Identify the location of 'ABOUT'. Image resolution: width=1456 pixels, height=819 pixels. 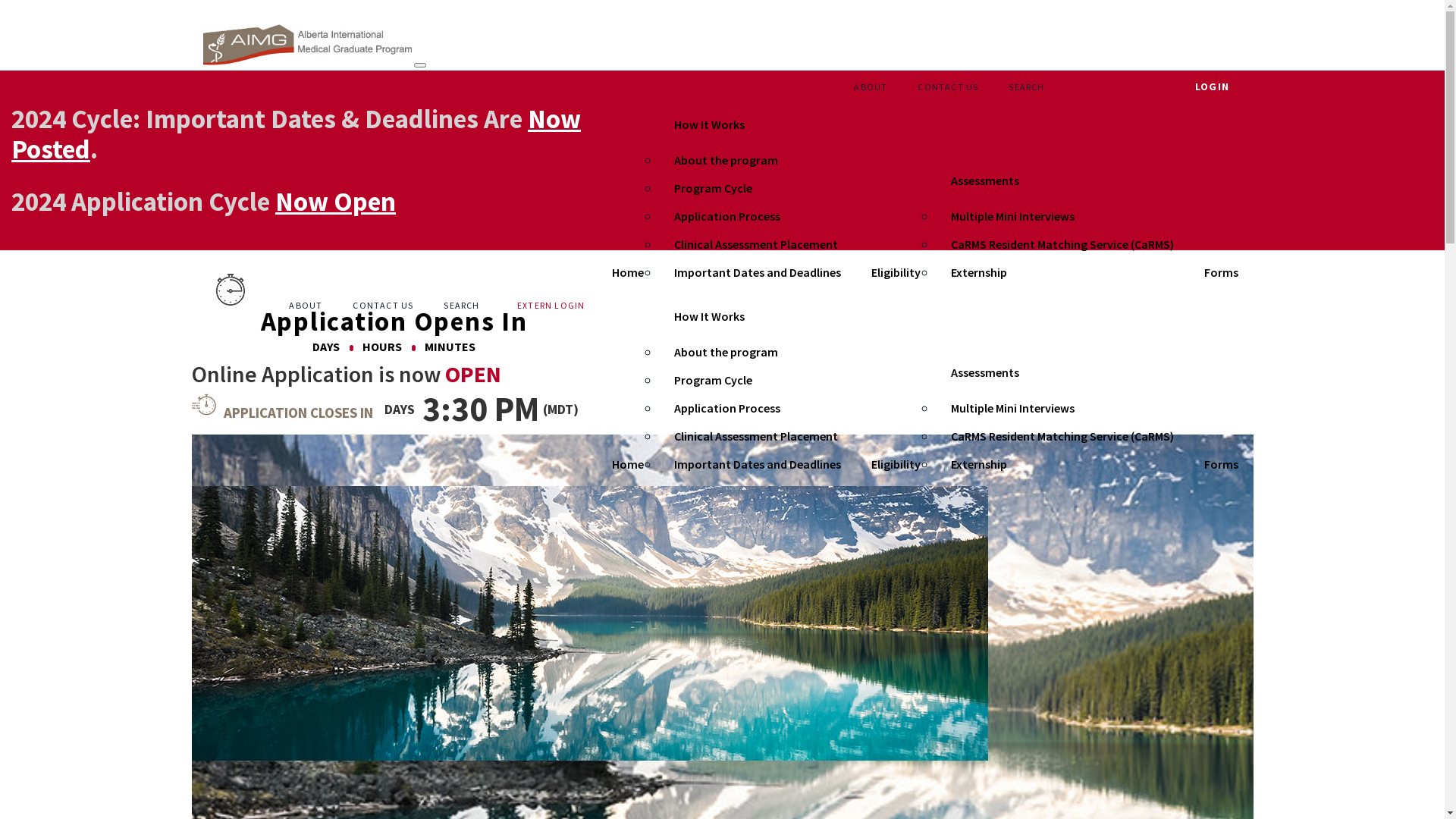
(870, 87).